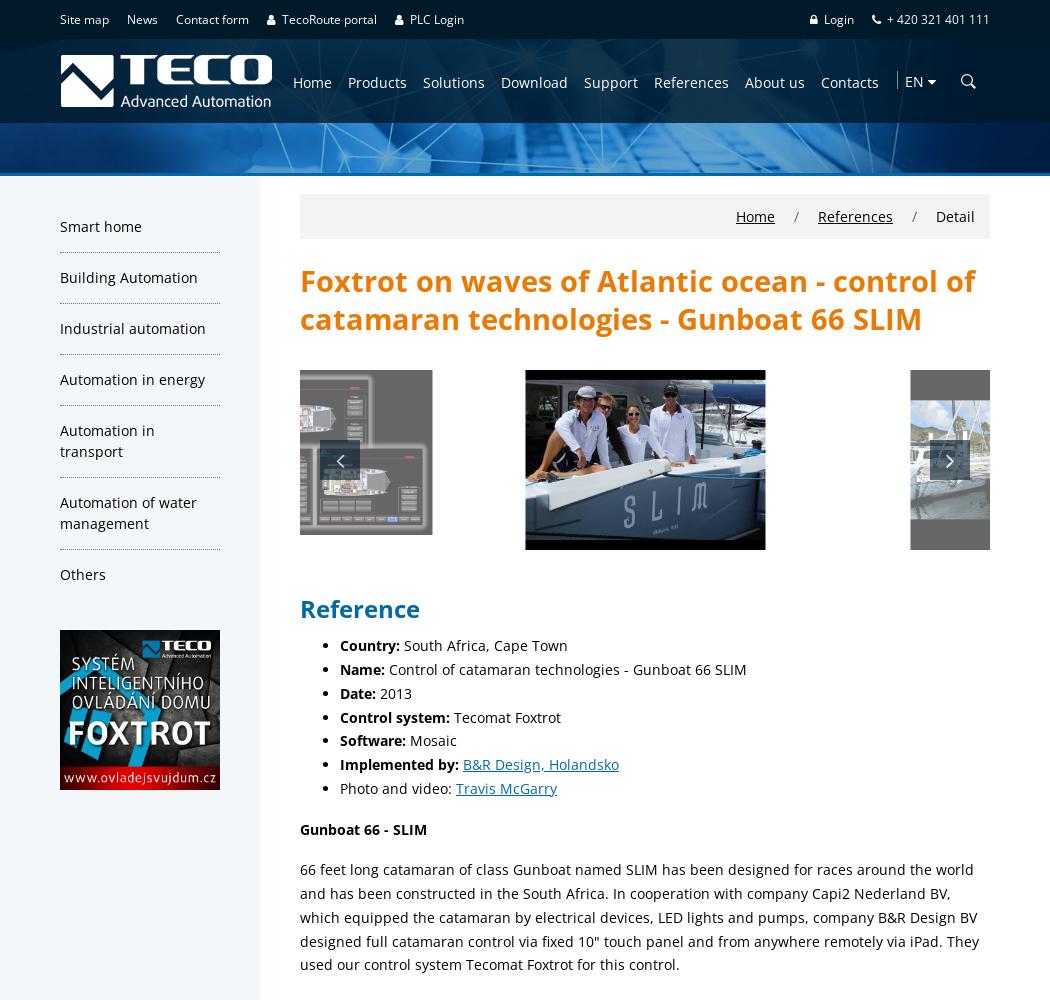  What do you see at coordinates (638, 917) in the screenshot?
I see `'66 feet long catamaran of class Gunboat named SLIM has been designed for races around the world and has been constructed in the South Africa. In cooperation with company Capi2 Nederland BV, which equipped the catamaran by electrical devices, LED lights and pumps, company B&R Design BV designed full catamaran control via fixed 10" touch panel and from anywhere remotely via iPad. They used our control system Tecomat Foxtrot for this control.'` at bounding box center [638, 917].